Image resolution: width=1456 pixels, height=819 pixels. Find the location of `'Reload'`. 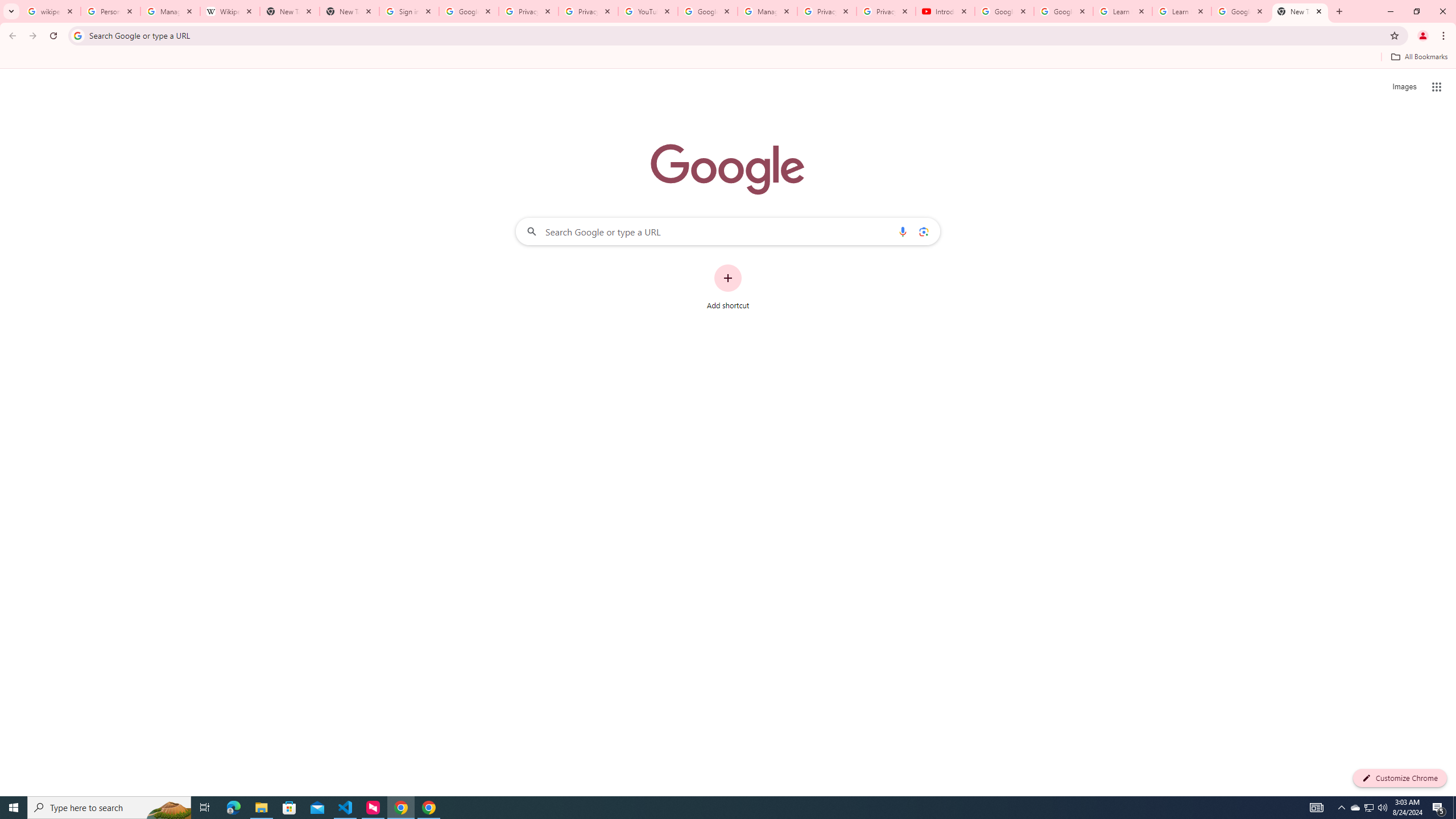

'Reload' is located at coordinates (53, 35).